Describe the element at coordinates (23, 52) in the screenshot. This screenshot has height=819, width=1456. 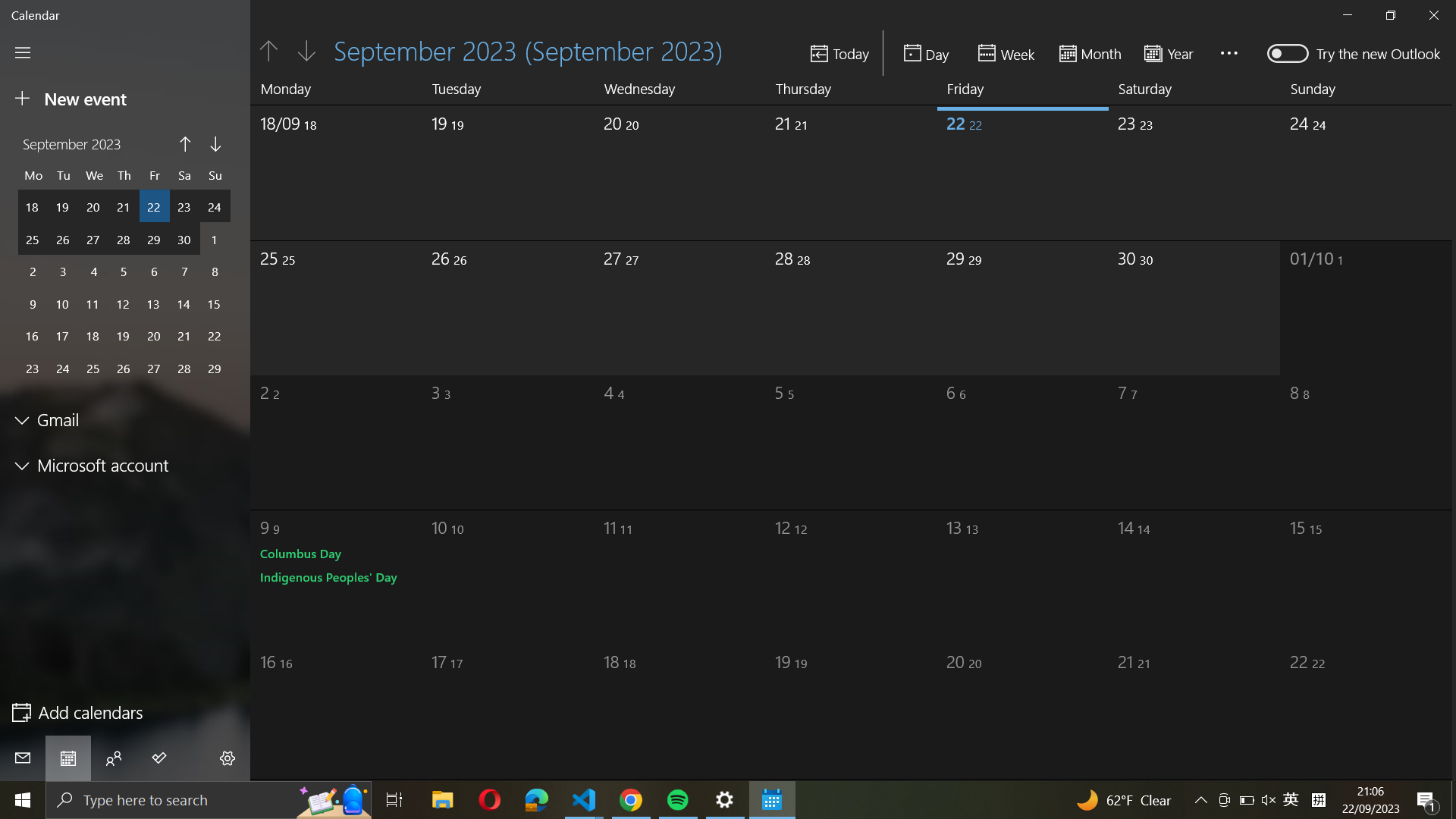
I see `Collapse the calendar"s side menu` at that location.